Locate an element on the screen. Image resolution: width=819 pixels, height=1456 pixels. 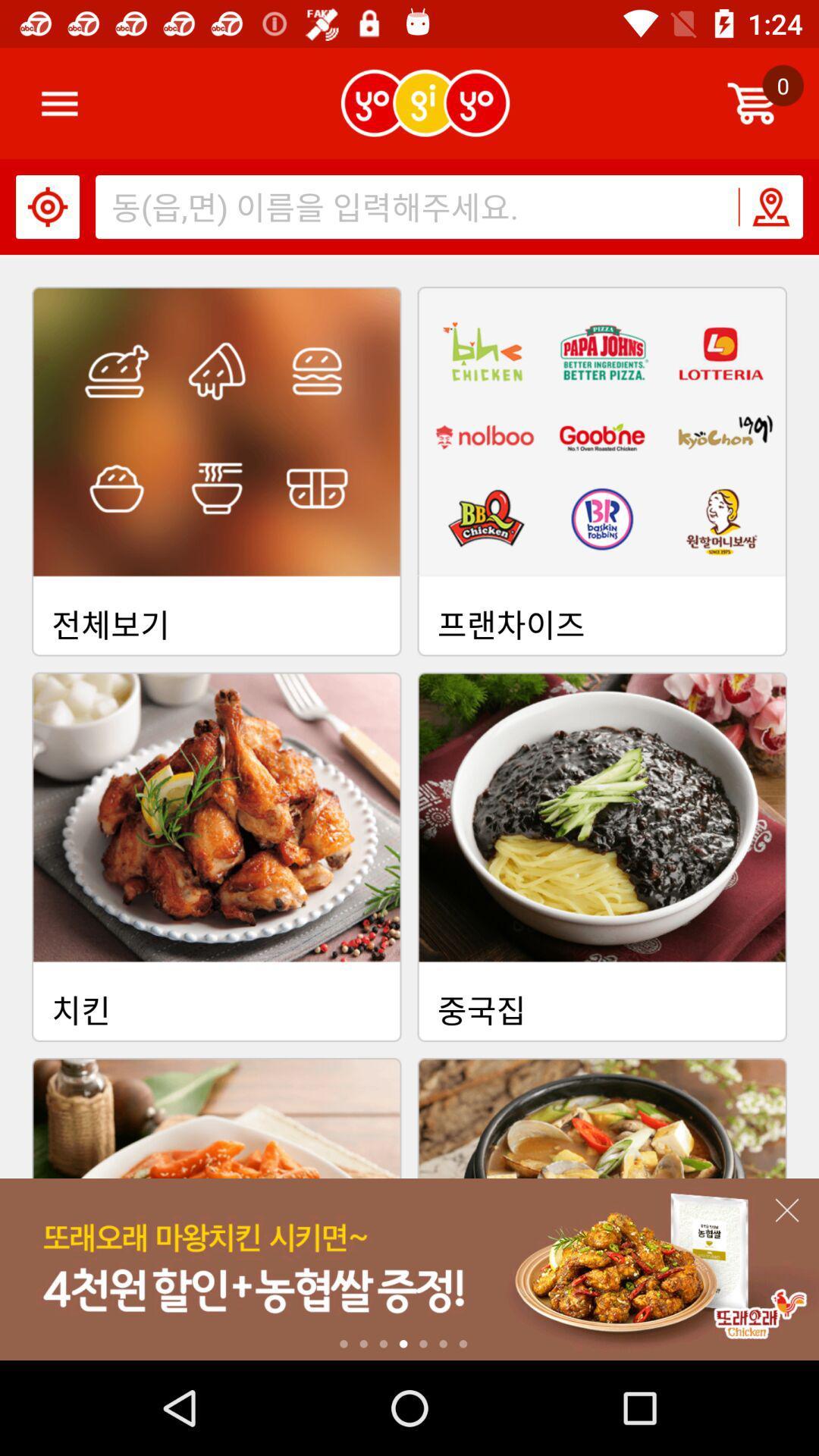
the location icon is located at coordinates (770, 206).